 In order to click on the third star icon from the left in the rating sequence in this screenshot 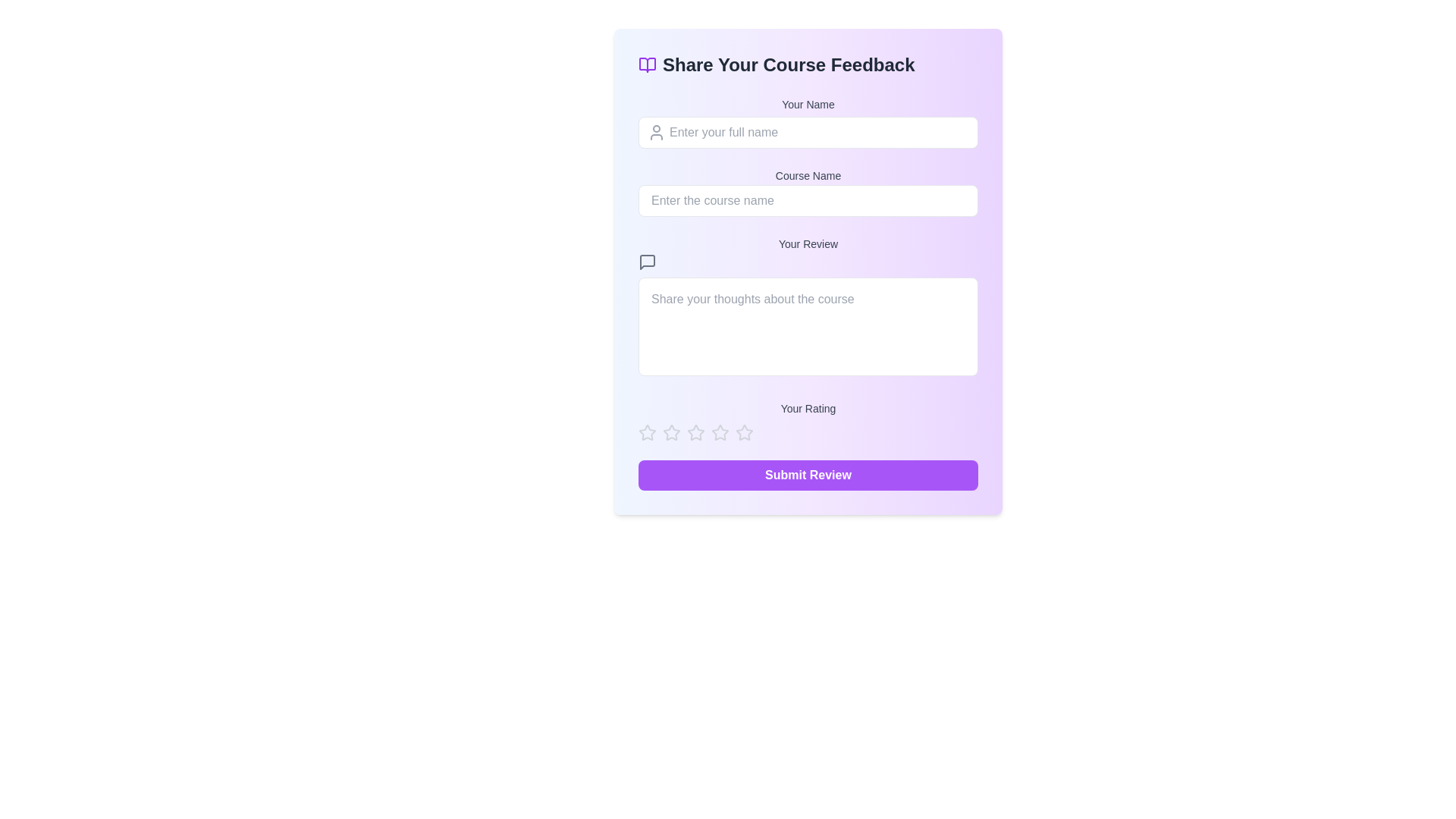, I will do `click(671, 432)`.